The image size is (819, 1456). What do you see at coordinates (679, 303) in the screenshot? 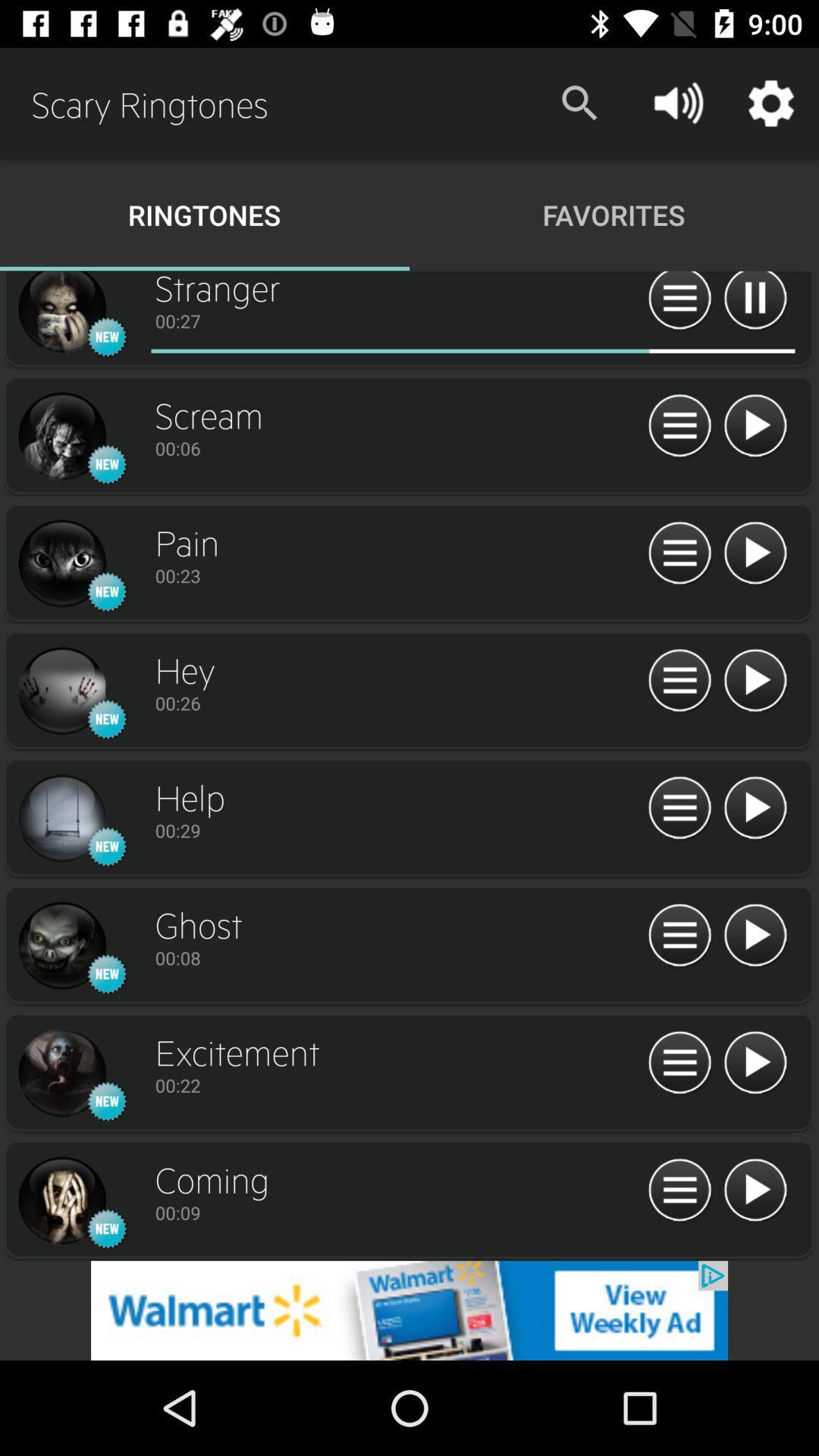
I see `autoplay option` at bounding box center [679, 303].